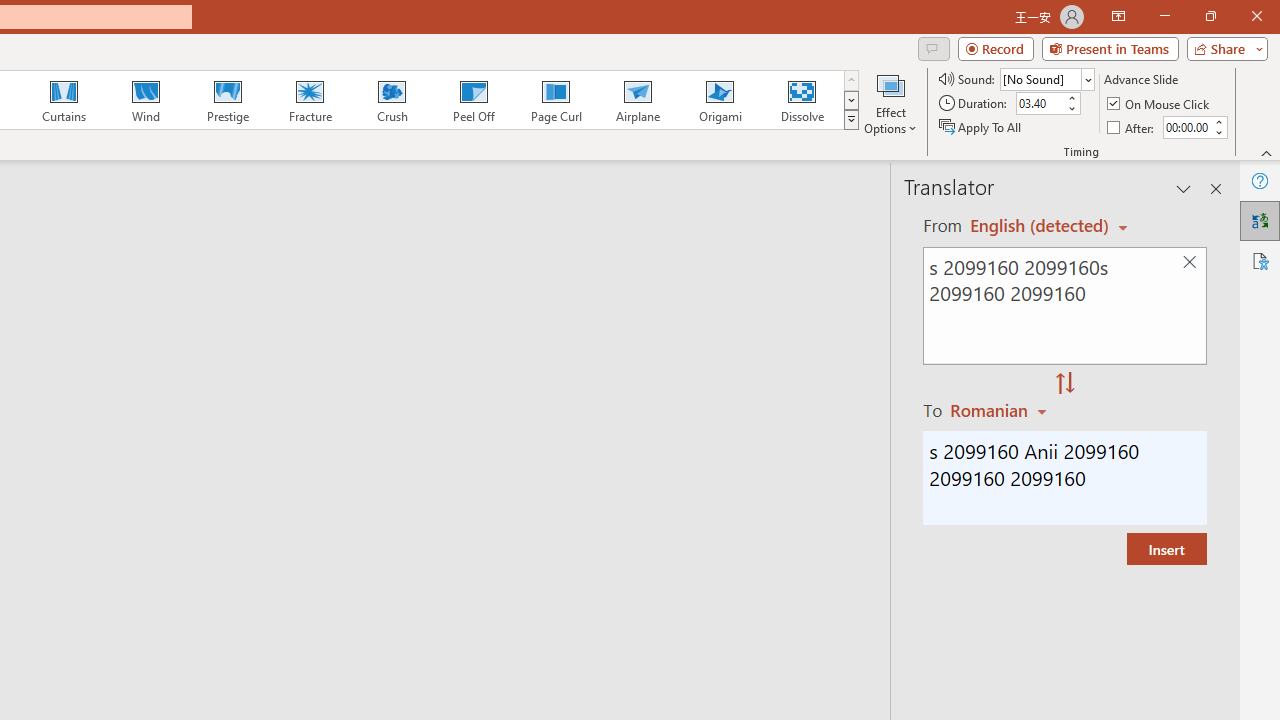  I want to click on 'Page Curl', so click(555, 100).